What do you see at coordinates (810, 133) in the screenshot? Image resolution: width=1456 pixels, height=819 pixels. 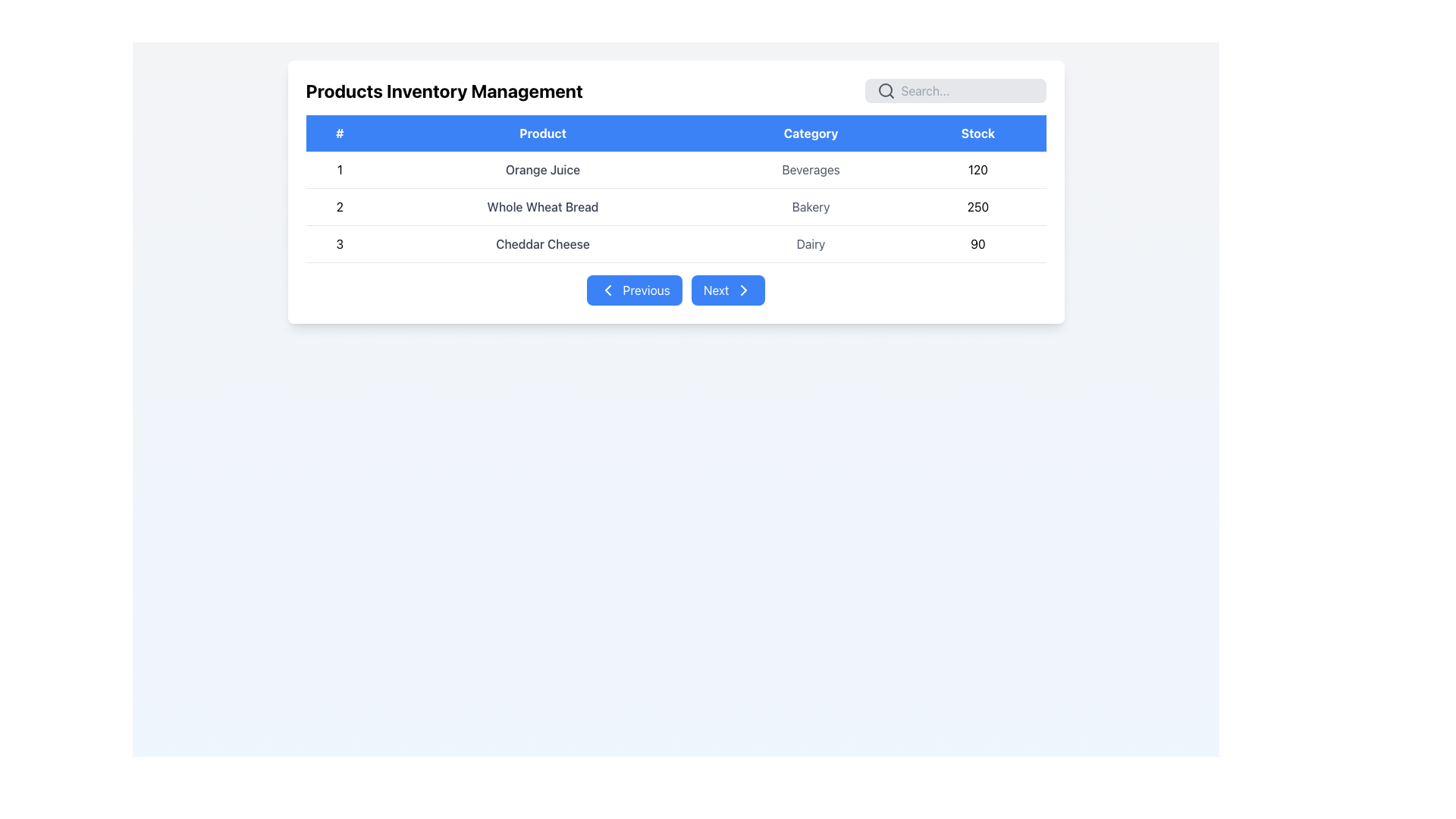 I see `the 'Category' column header cell` at bounding box center [810, 133].